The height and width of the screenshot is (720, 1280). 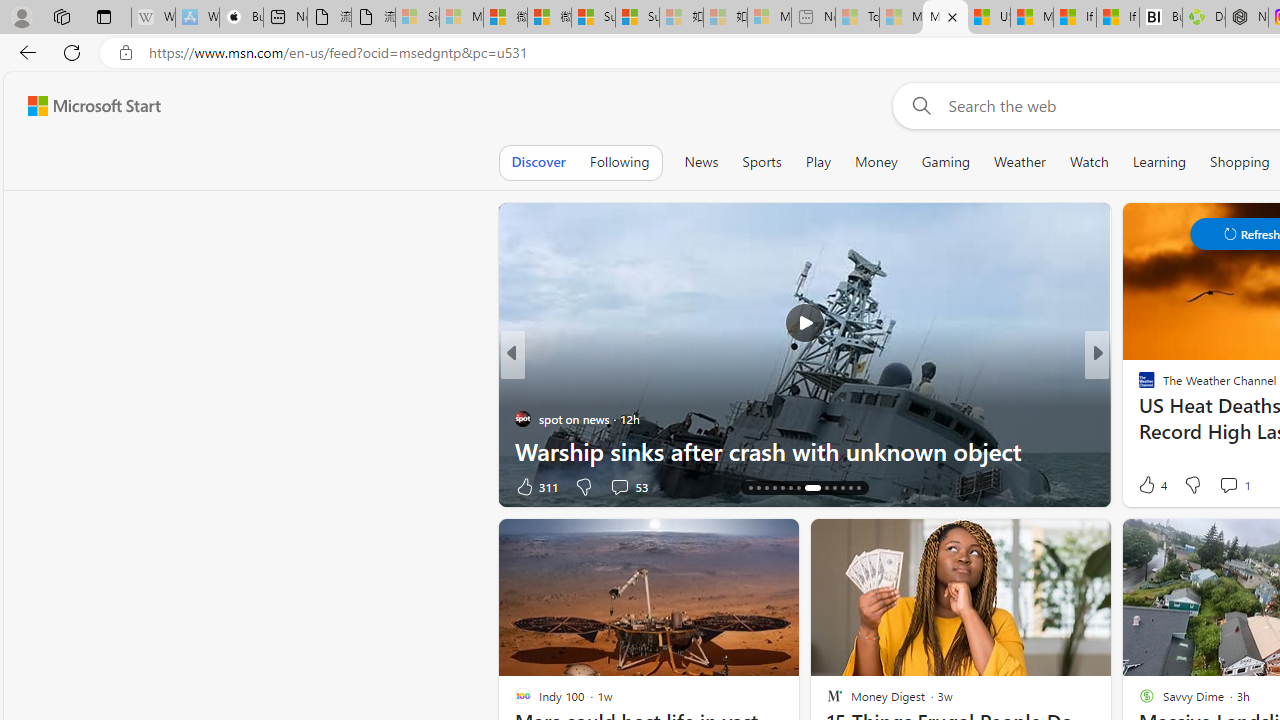 I want to click on 'spot on news', so click(x=522, y=418).